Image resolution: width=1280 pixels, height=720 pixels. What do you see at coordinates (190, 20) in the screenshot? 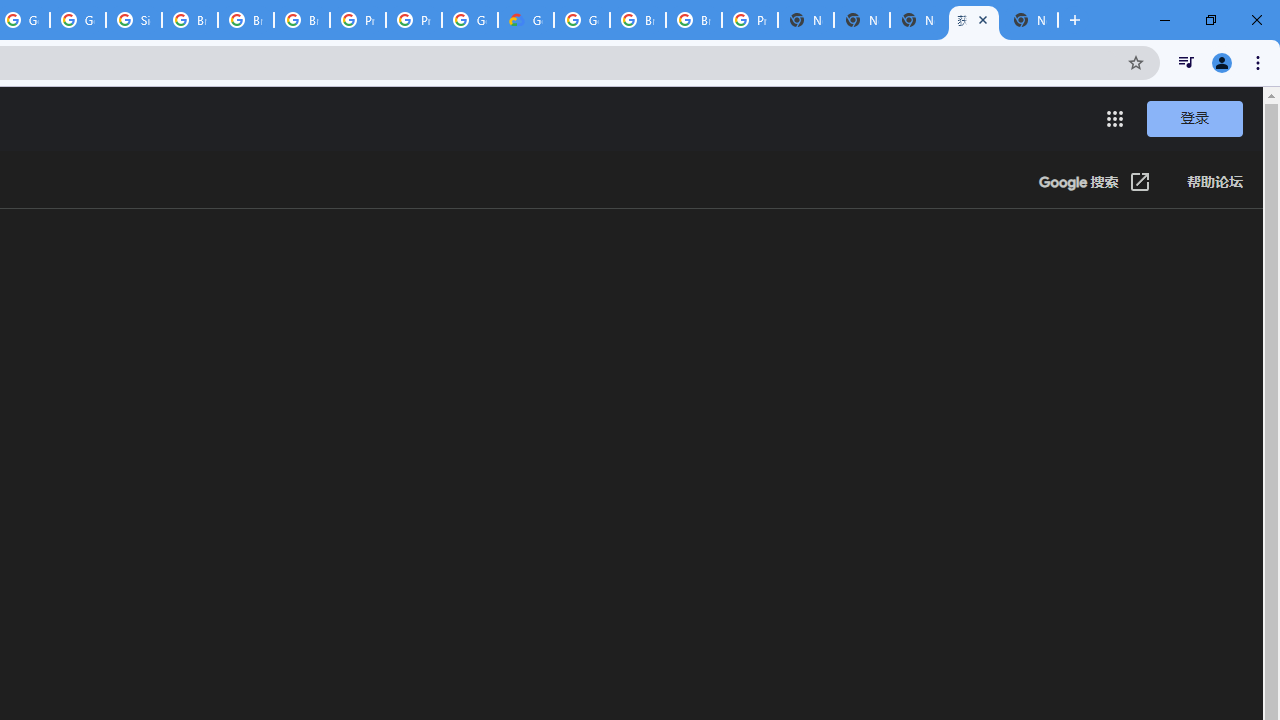
I see `'Browse Chrome as a guest - Computer - Google Chrome Help'` at bounding box center [190, 20].